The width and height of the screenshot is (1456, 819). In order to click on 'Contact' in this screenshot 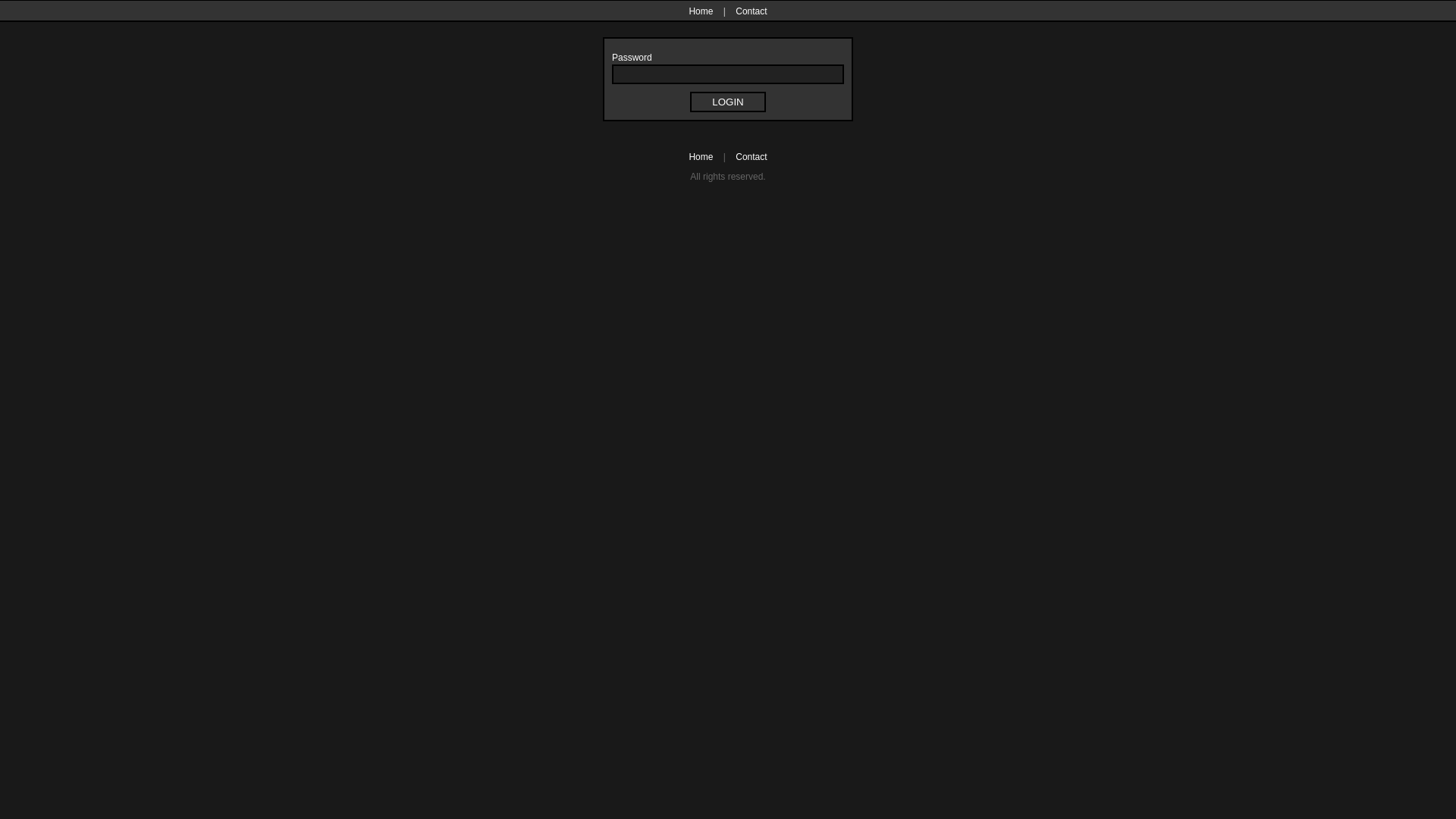, I will do `click(747, 11)`.